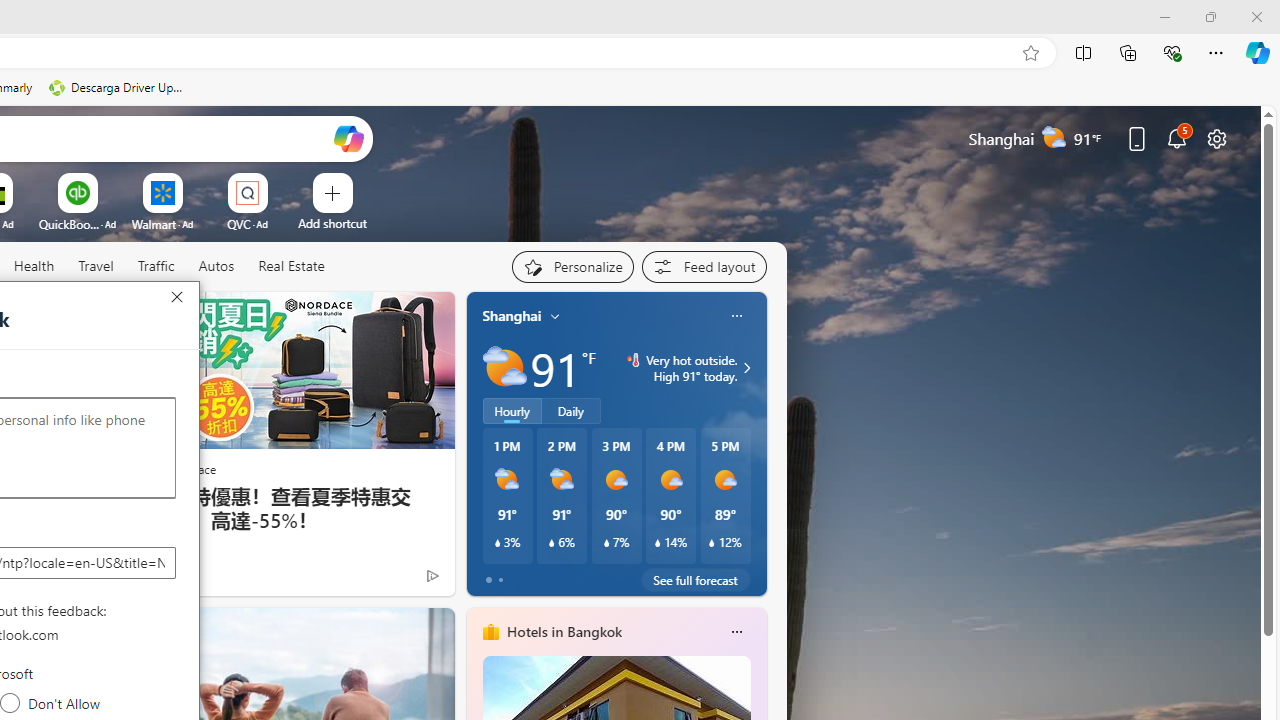  I want to click on 'Descarga Driver Updater', so click(117, 87).